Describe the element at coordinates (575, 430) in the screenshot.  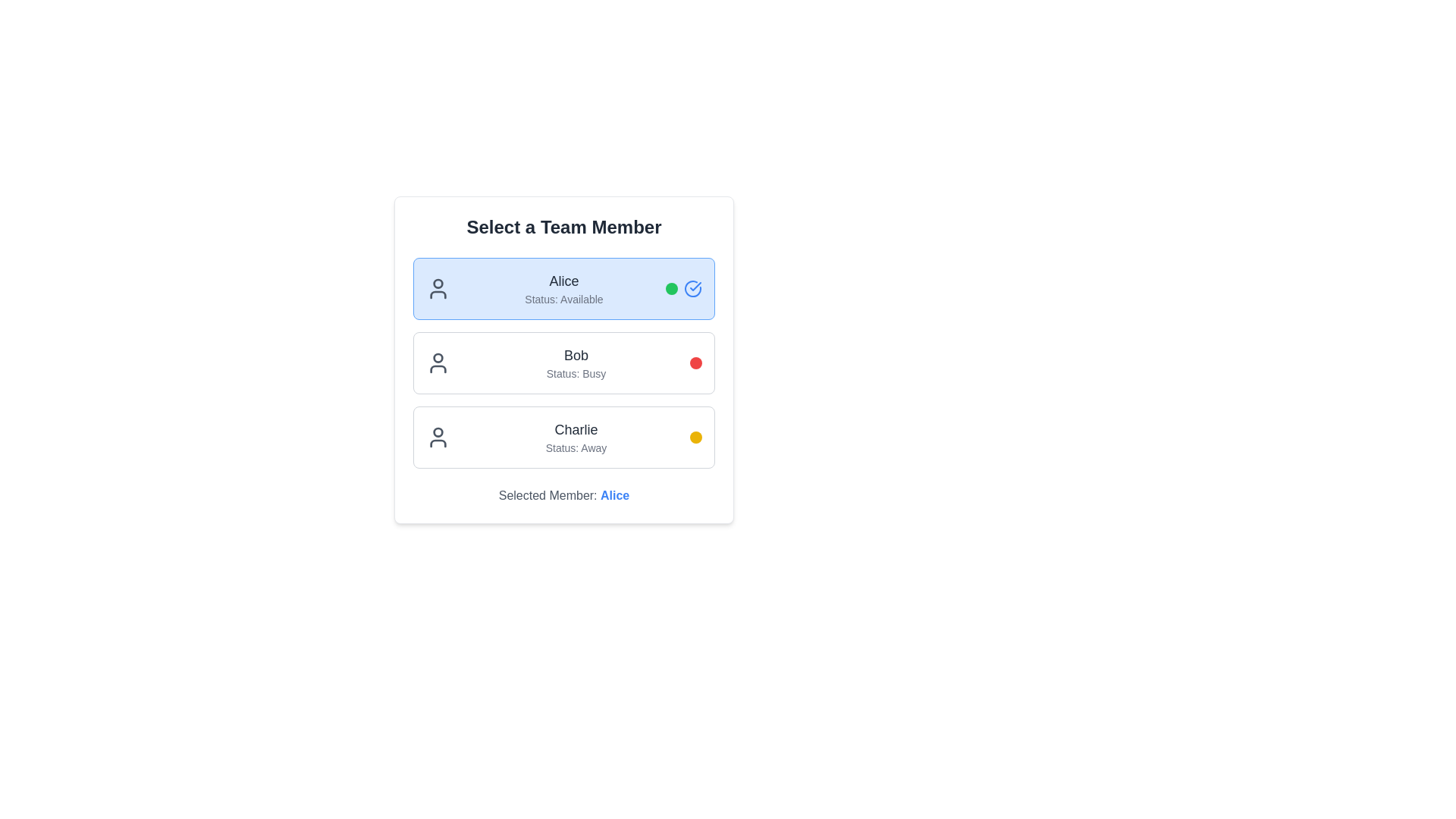
I see `the text label displaying 'Charlie'` at that location.